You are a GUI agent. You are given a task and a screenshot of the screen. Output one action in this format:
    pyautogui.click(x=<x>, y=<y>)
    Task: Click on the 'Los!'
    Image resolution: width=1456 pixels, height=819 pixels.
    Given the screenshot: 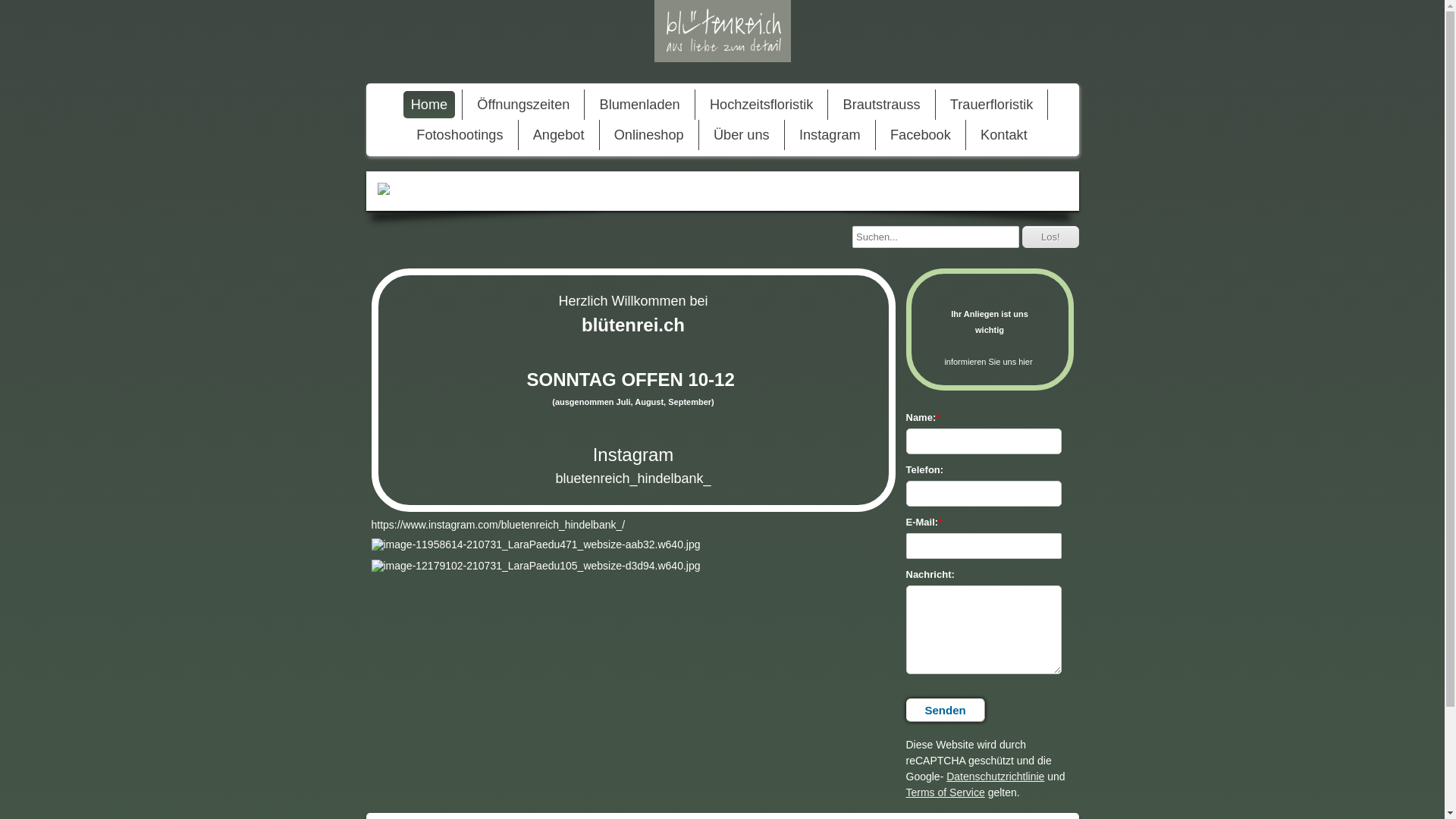 What is the action you would take?
    pyautogui.click(x=1050, y=237)
    